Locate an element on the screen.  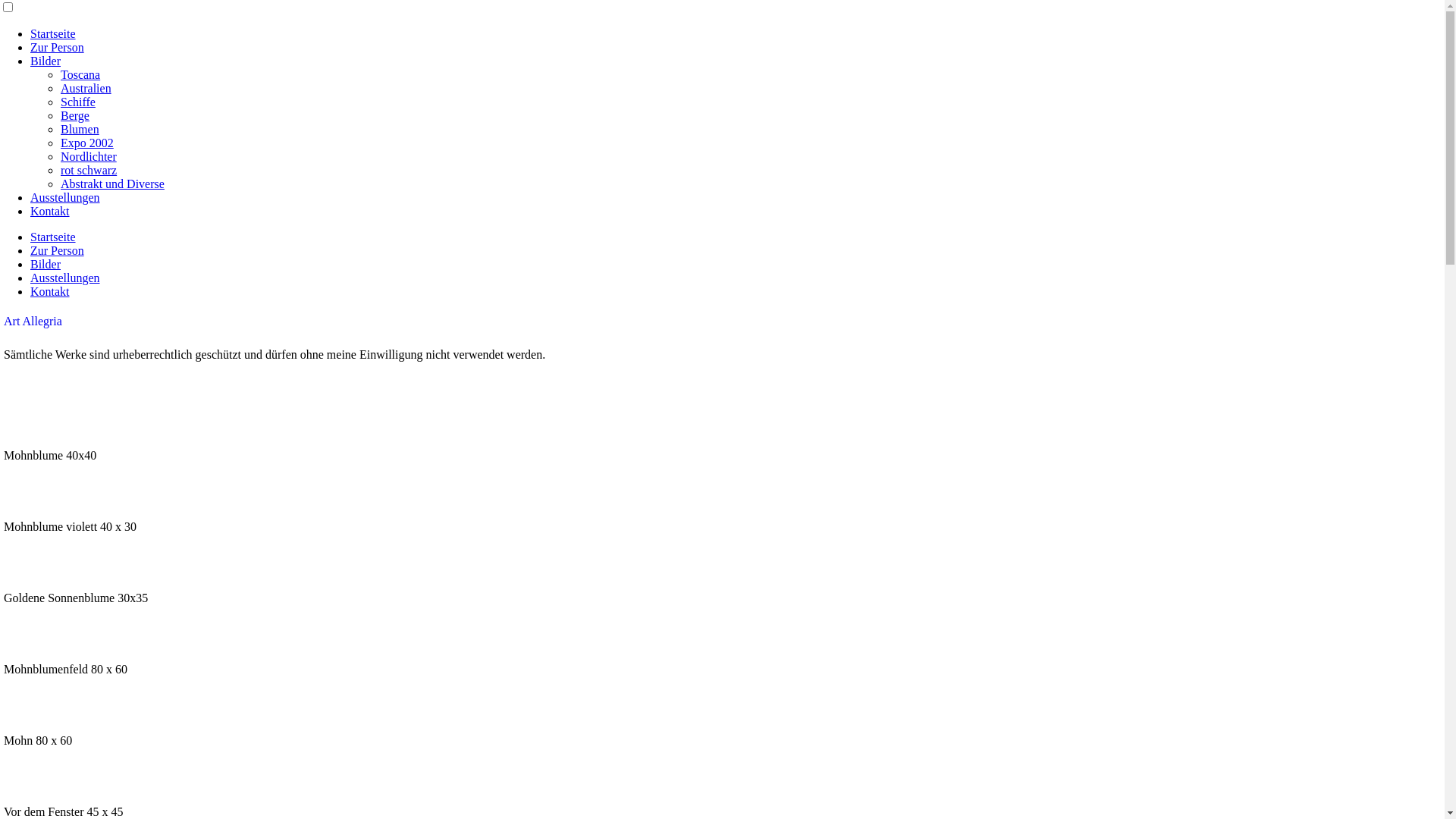
'Art Allegria' is located at coordinates (3, 320).